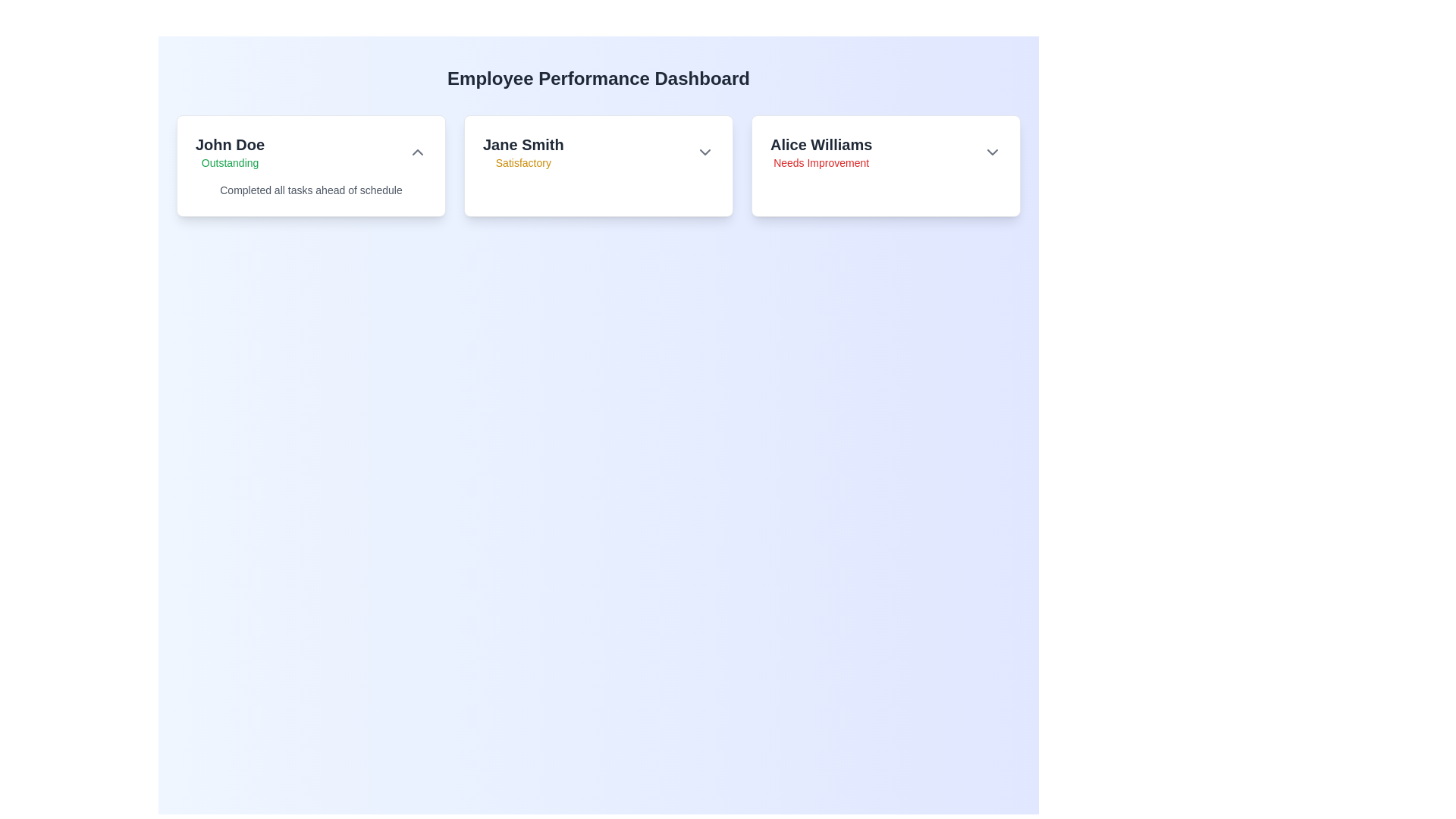  What do you see at coordinates (418, 152) in the screenshot?
I see `the upward-pointing arrow button in the upper-right corner of John Doe's performance card using keyboard navigation` at bounding box center [418, 152].